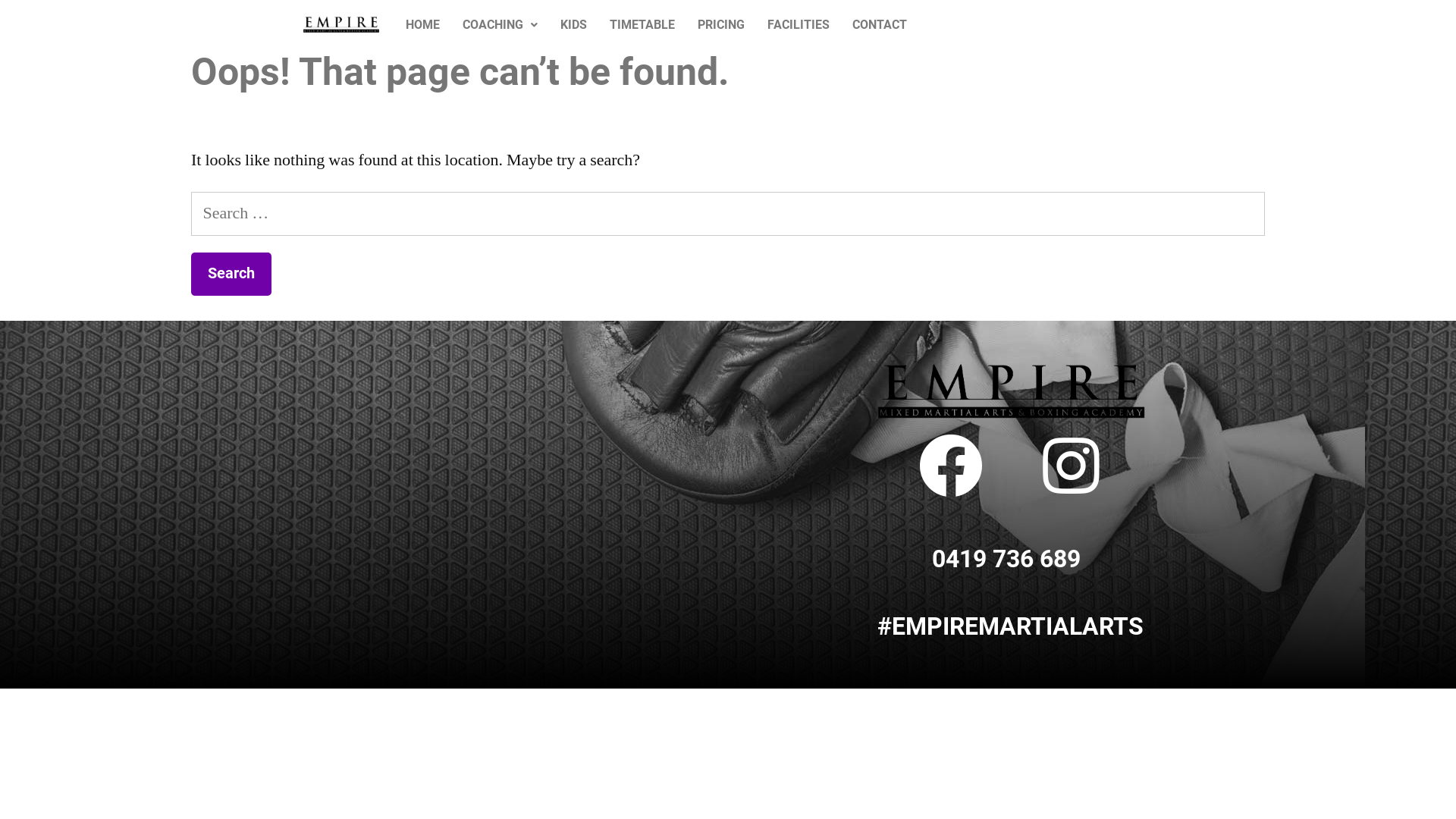 This screenshot has height=819, width=1456. Describe the element at coordinates (573, 25) in the screenshot. I see `'KIDS'` at that location.